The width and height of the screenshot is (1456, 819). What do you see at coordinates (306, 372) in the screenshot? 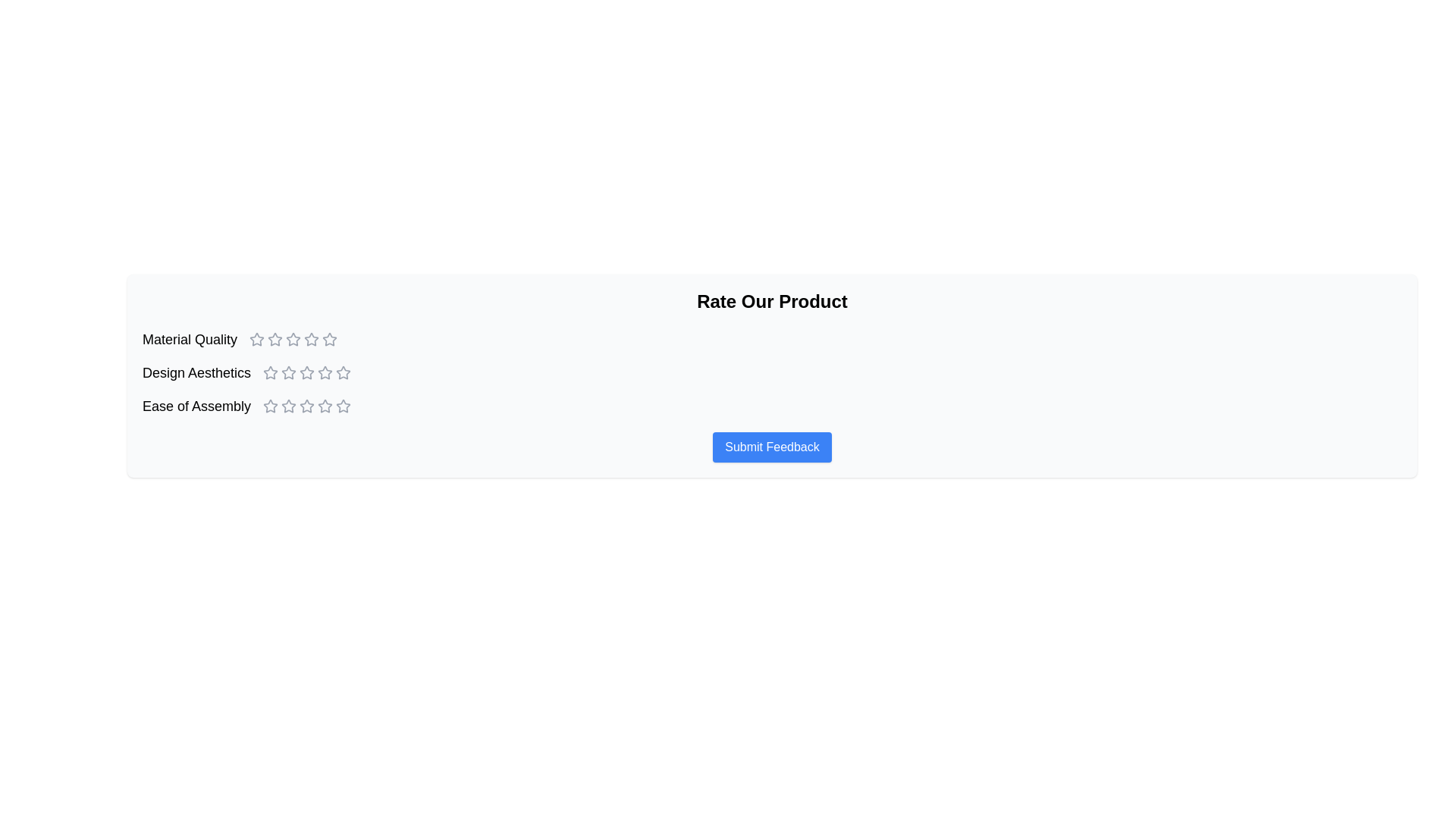
I see `the second star in the second row of the rating interface labeled 'Design Aesthetics' to set a rating` at bounding box center [306, 372].